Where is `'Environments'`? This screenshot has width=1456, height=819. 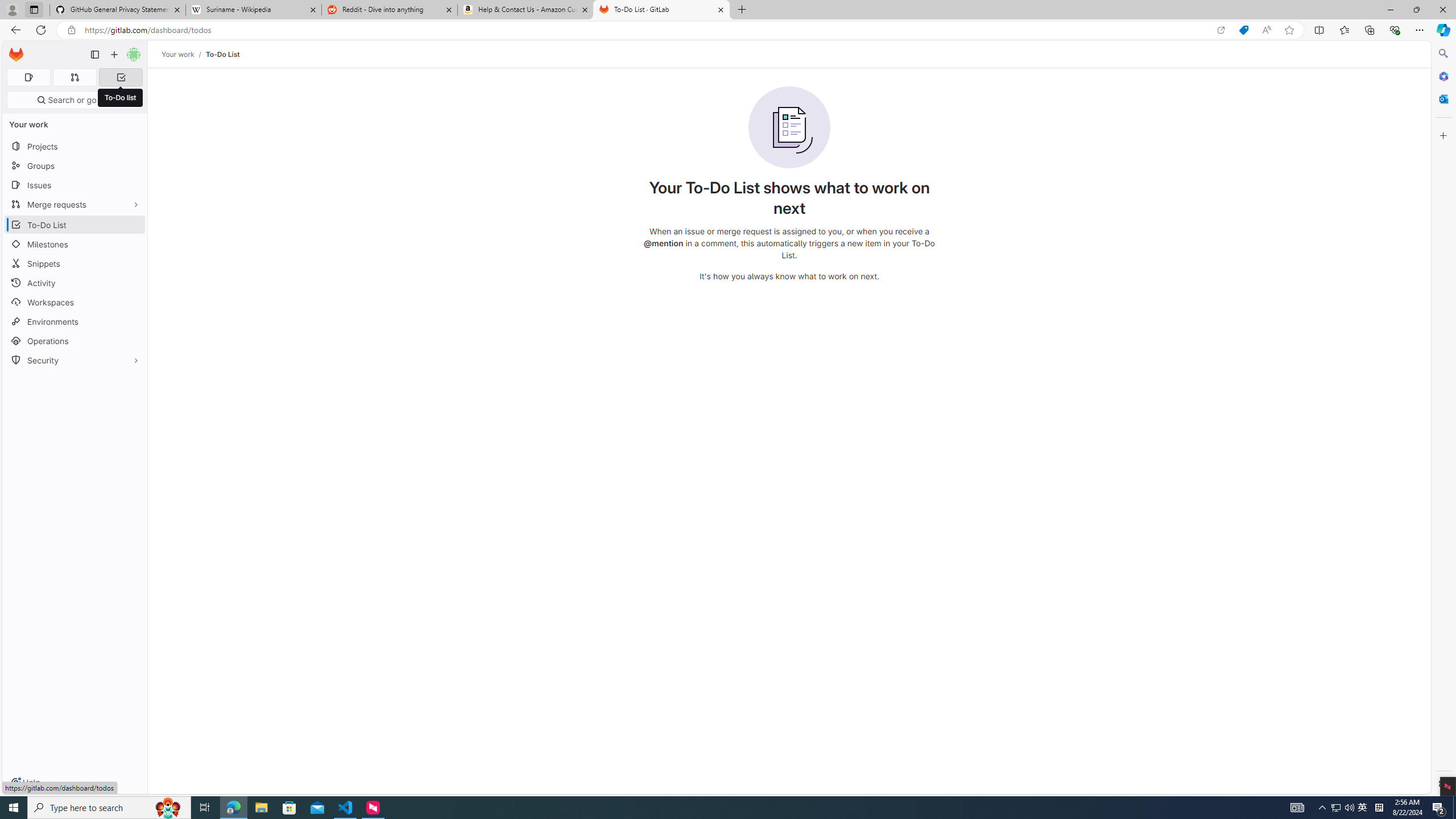
'Environments' is located at coordinates (74, 321).